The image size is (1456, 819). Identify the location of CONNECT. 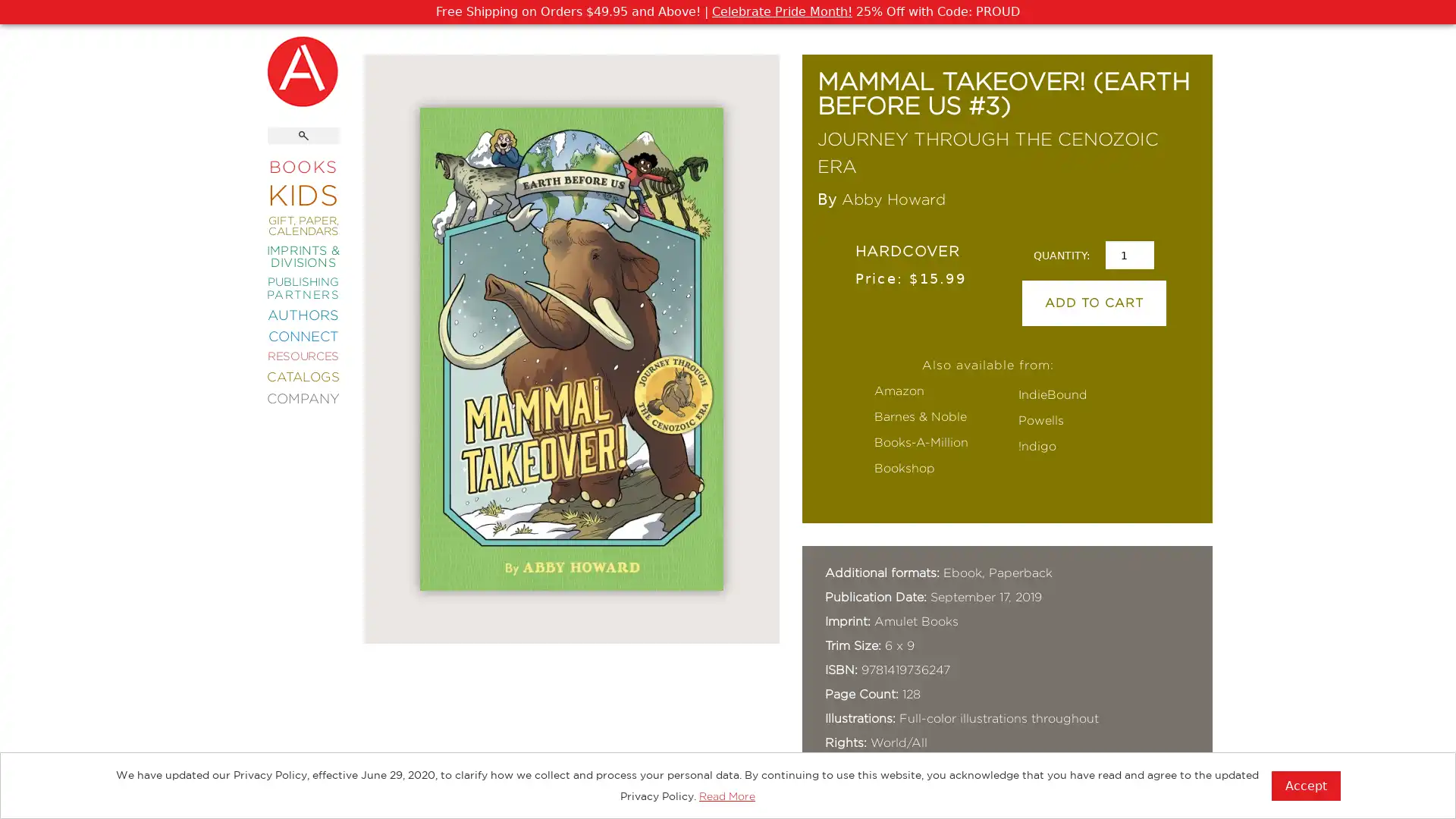
(303, 334).